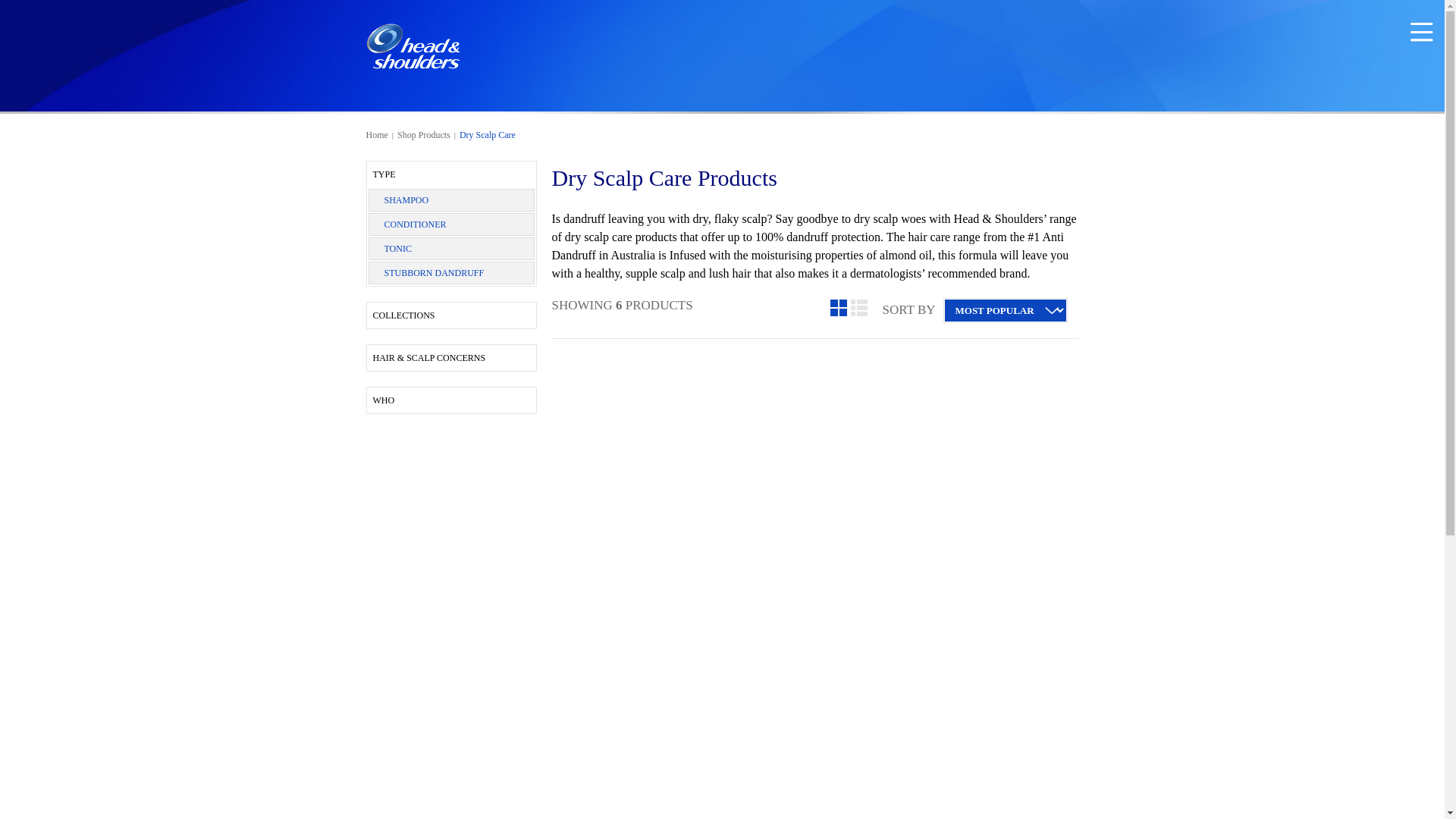  Describe the element at coordinates (432, 271) in the screenshot. I see `'STUBBORN DANDRUFF'` at that location.